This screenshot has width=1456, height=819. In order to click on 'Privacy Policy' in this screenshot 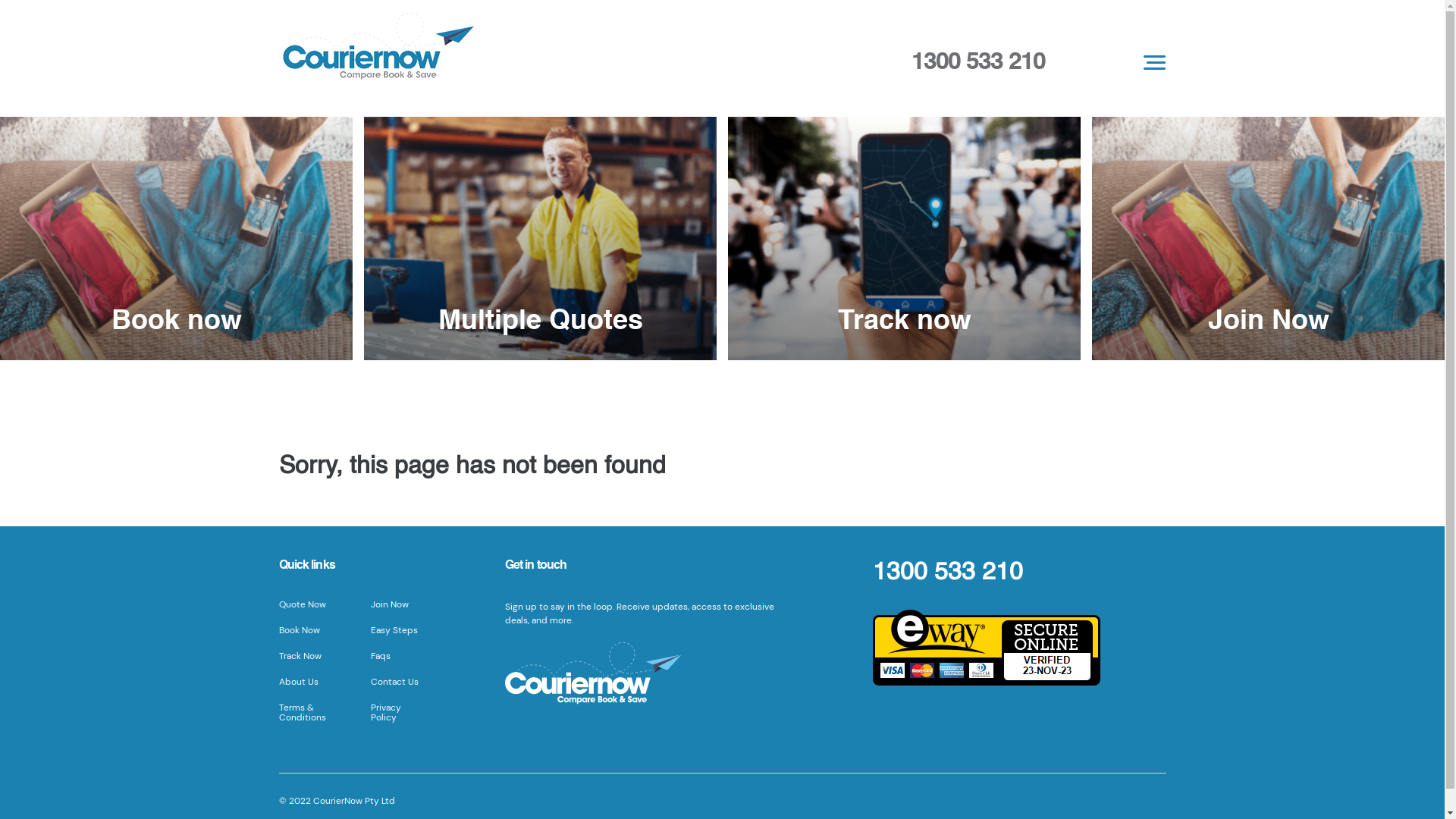, I will do `click(385, 713)`.